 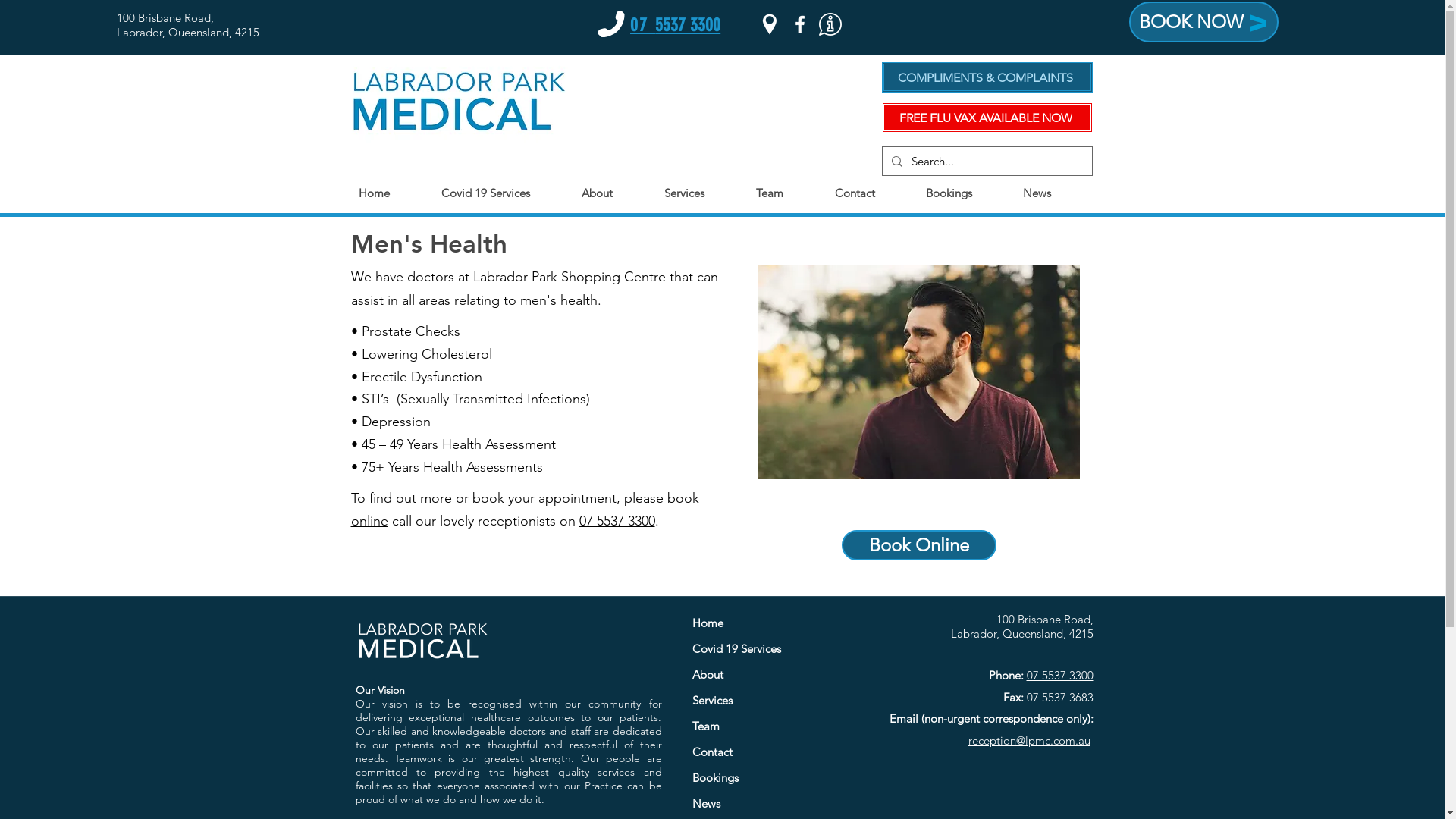 I want to click on 'Contact', so click(x=766, y=752).